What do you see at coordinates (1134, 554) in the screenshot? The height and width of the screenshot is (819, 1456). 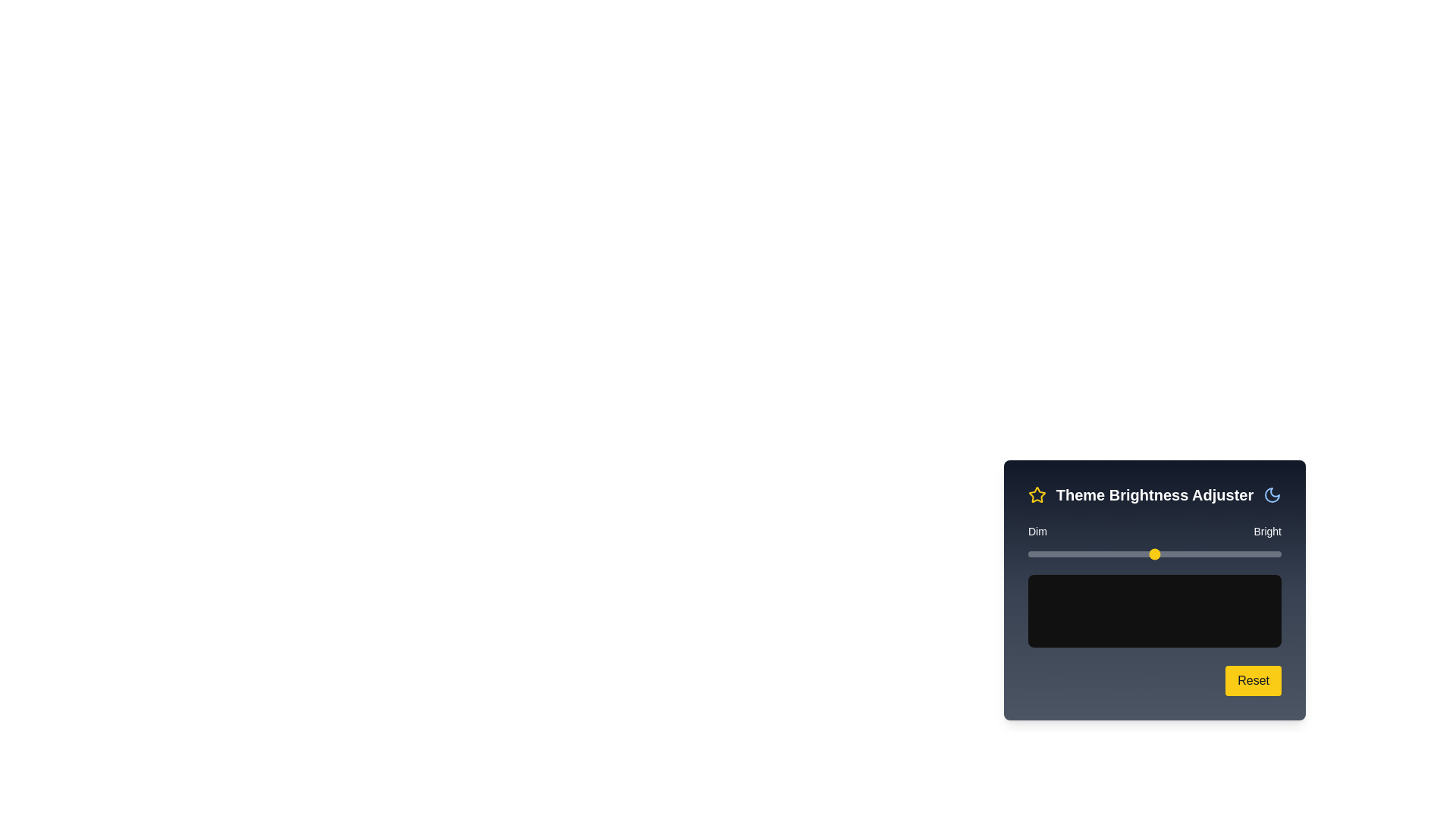 I see `the brightness slider to set the brightness to 42%` at bounding box center [1134, 554].